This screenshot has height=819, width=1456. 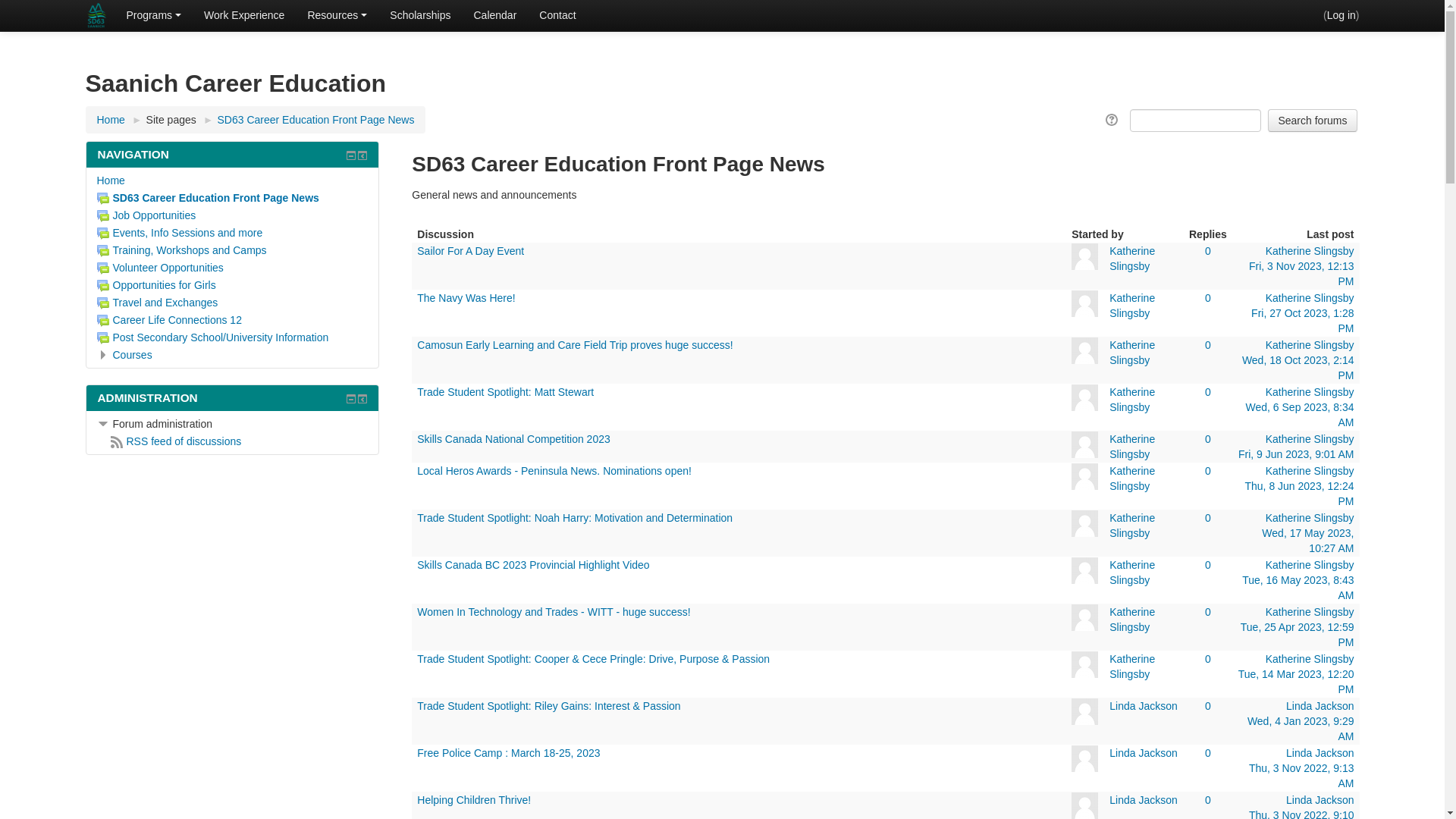 I want to click on 'Programs', so click(x=153, y=14).